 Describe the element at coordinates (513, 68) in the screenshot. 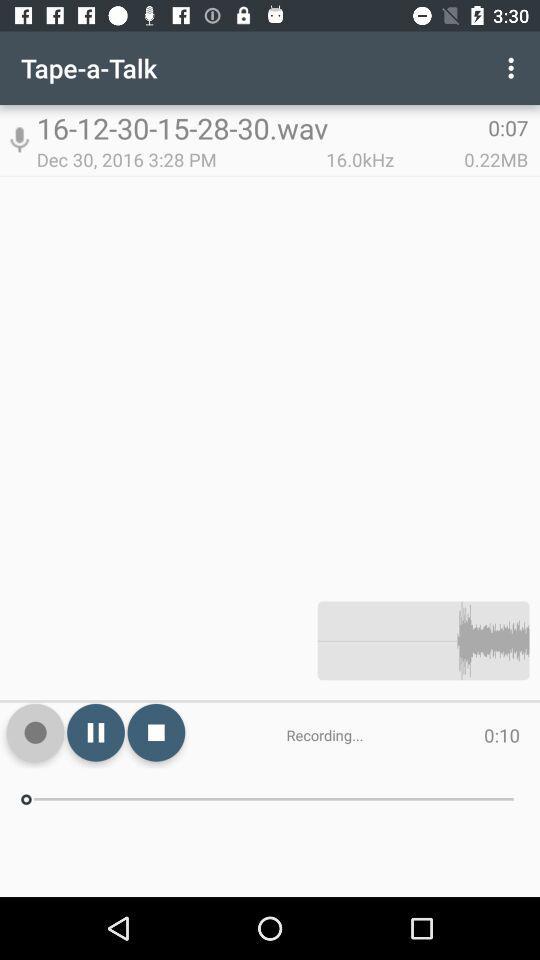

I see `item above 0:07 icon` at that location.